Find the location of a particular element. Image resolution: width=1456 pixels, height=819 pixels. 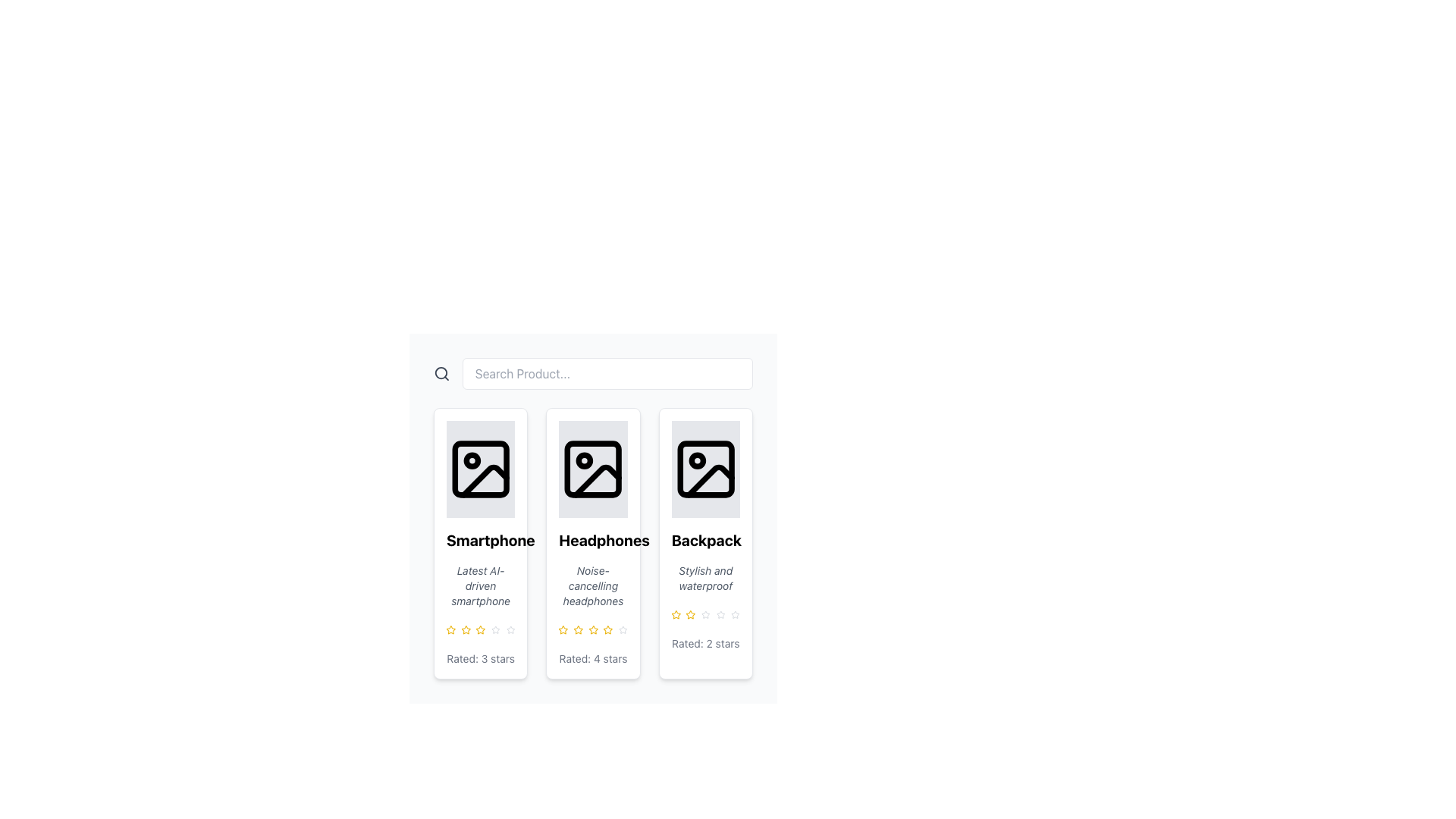

static text descriptor that displays 'Rated: 3 stars', located at the bottom of a smartphone product card is located at coordinates (480, 657).